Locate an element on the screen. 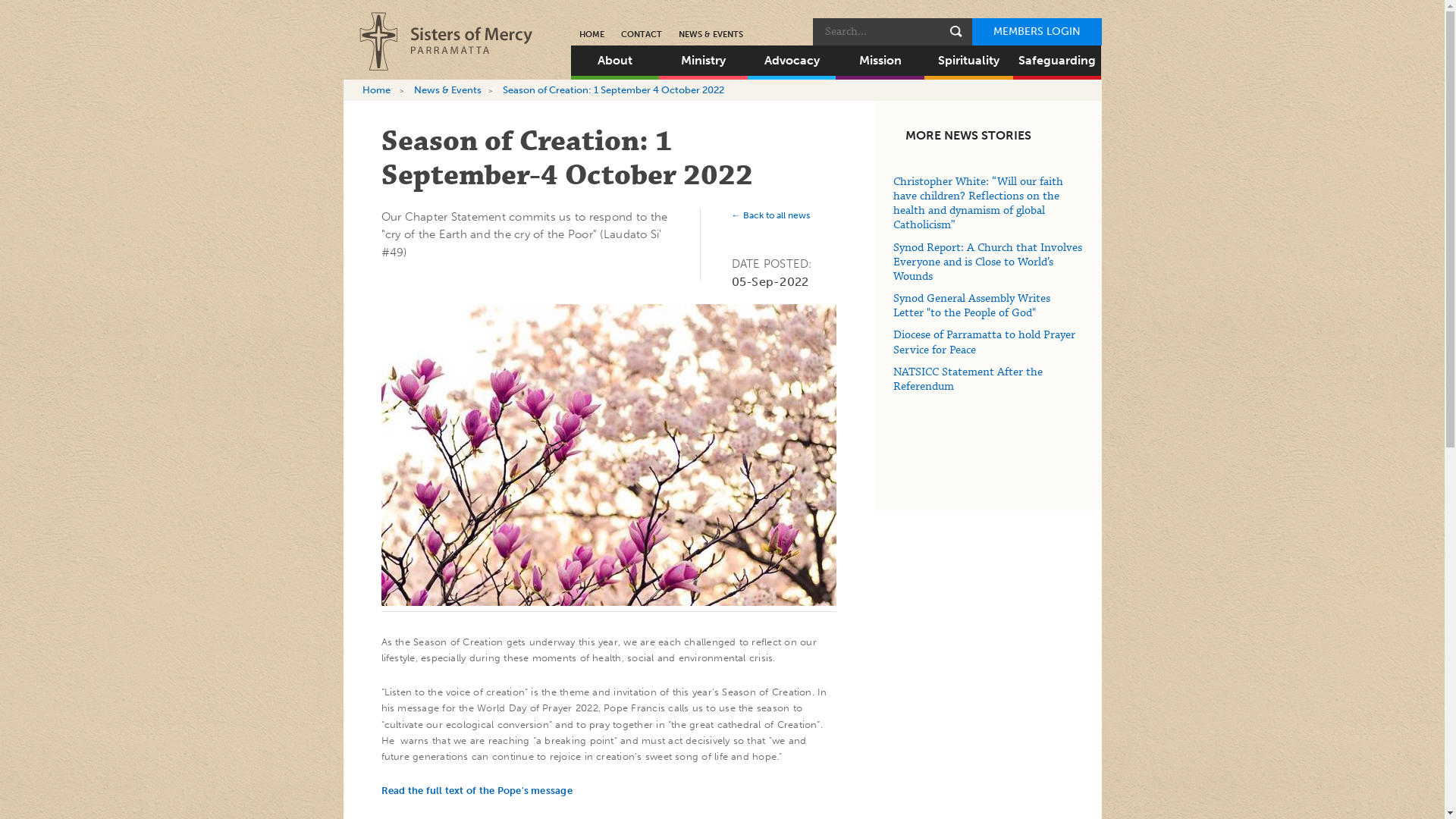 The width and height of the screenshot is (1456, 819). 'Season of Creation: 1 September 4 October 2022' is located at coordinates (613, 89).